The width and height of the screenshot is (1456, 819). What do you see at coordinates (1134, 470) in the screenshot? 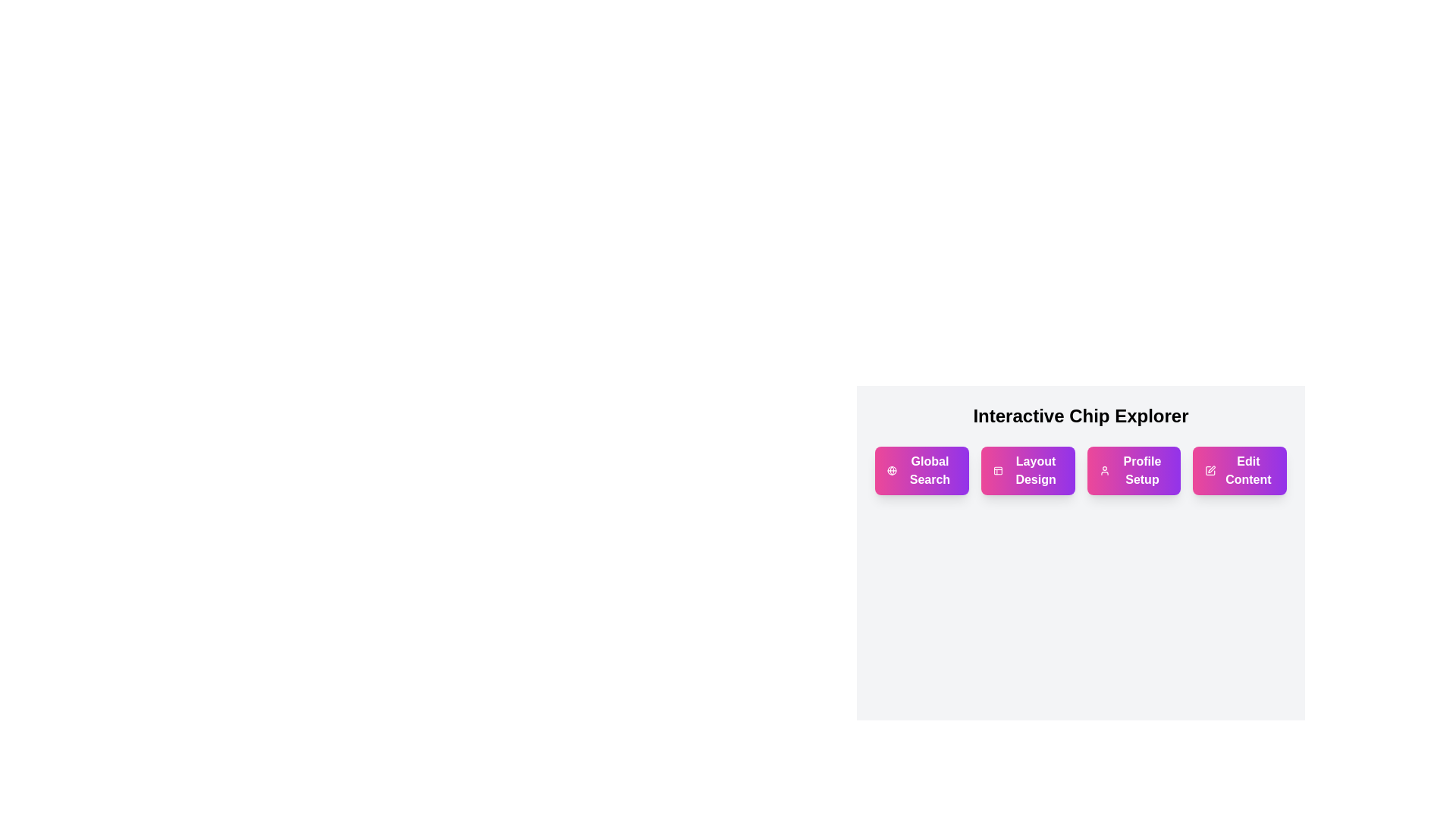
I see `the 'Profile Setup' action chip` at bounding box center [1134, 470].